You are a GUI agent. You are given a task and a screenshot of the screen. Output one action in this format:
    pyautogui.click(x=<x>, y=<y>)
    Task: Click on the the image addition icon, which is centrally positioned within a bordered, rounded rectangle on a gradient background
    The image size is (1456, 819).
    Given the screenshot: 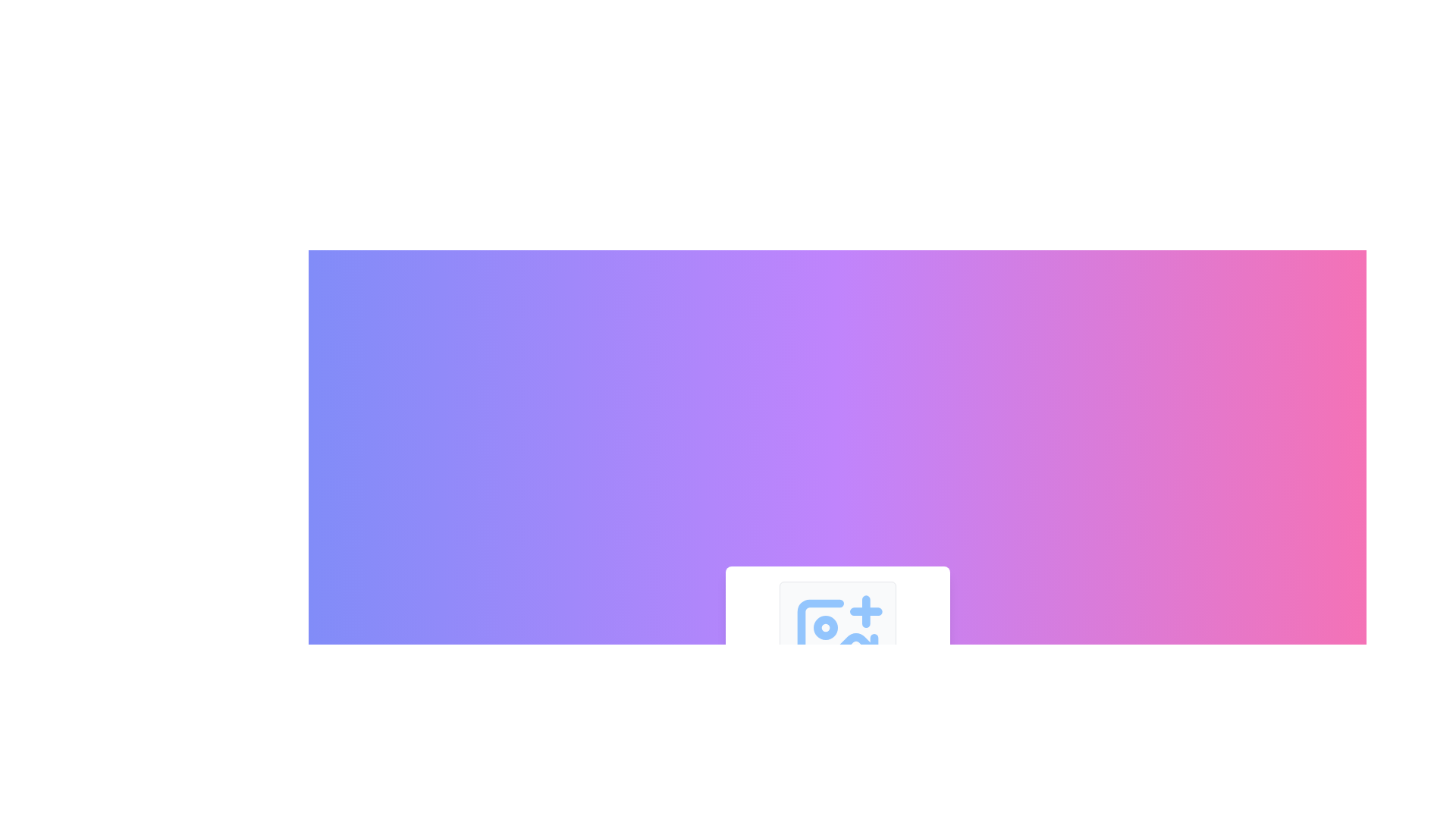 What is the action you would take?
    pyautogui.click(x=836, y=640)
    